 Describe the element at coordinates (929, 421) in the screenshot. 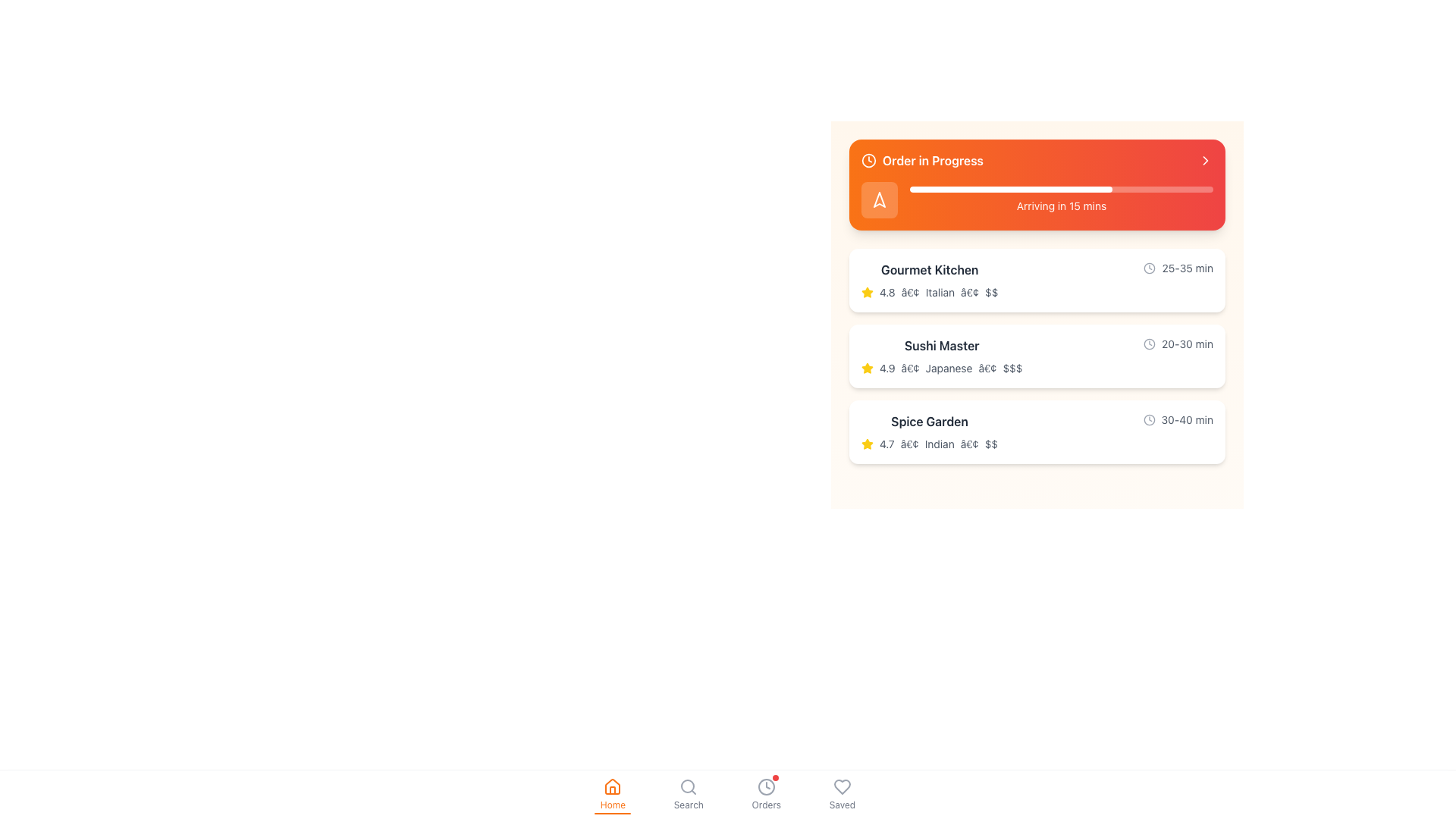

I see `title of the restaurant displayed in the text label within the 'Spice Garden' card` at that location.